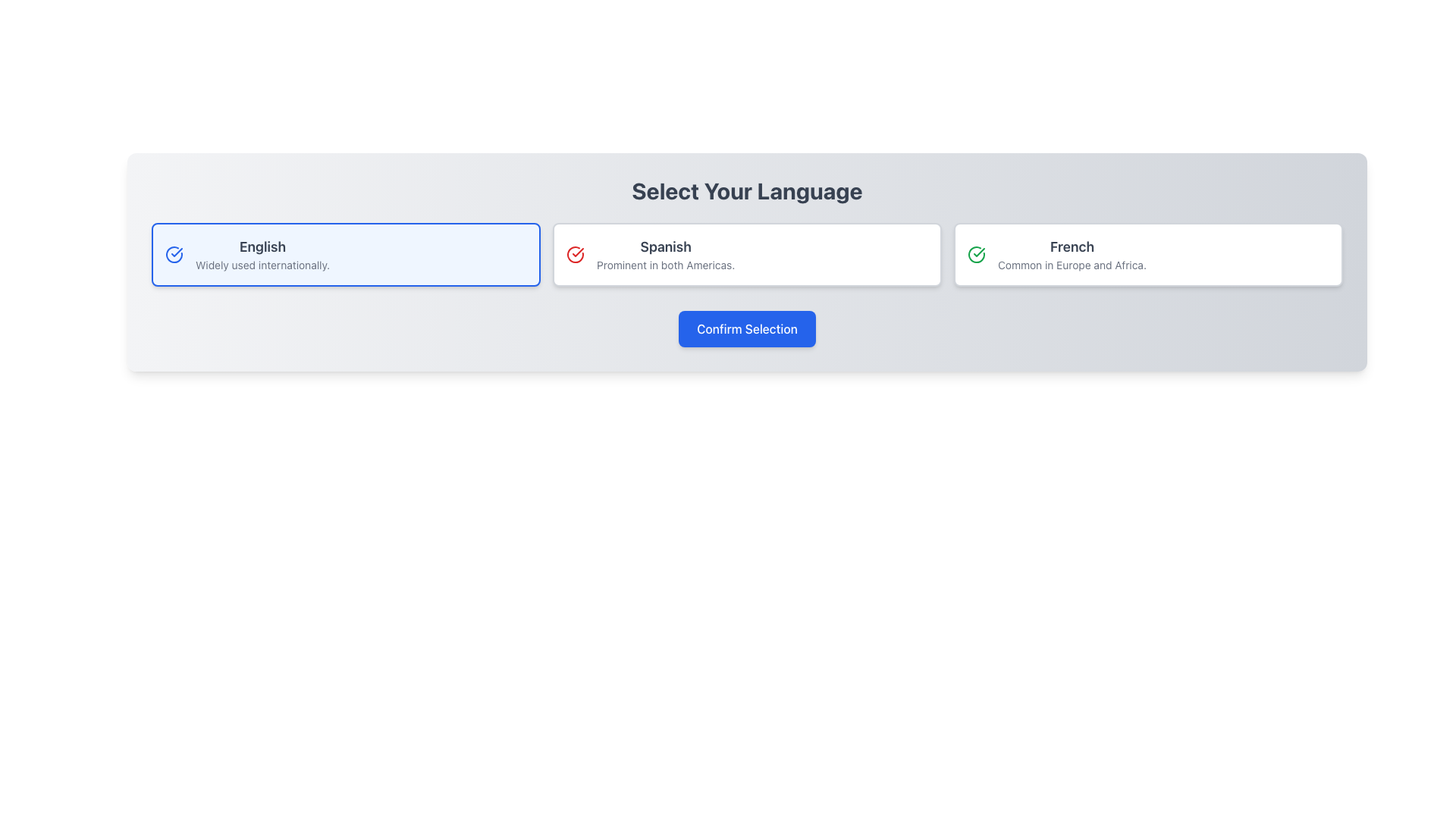 The width and height of the screenshot is (1456, 819). Describe the element at coordinates (262, 253) in the screenshot. I see `the text label describing the language option 'English' located at the top right of the first card in the language options list` at that location.